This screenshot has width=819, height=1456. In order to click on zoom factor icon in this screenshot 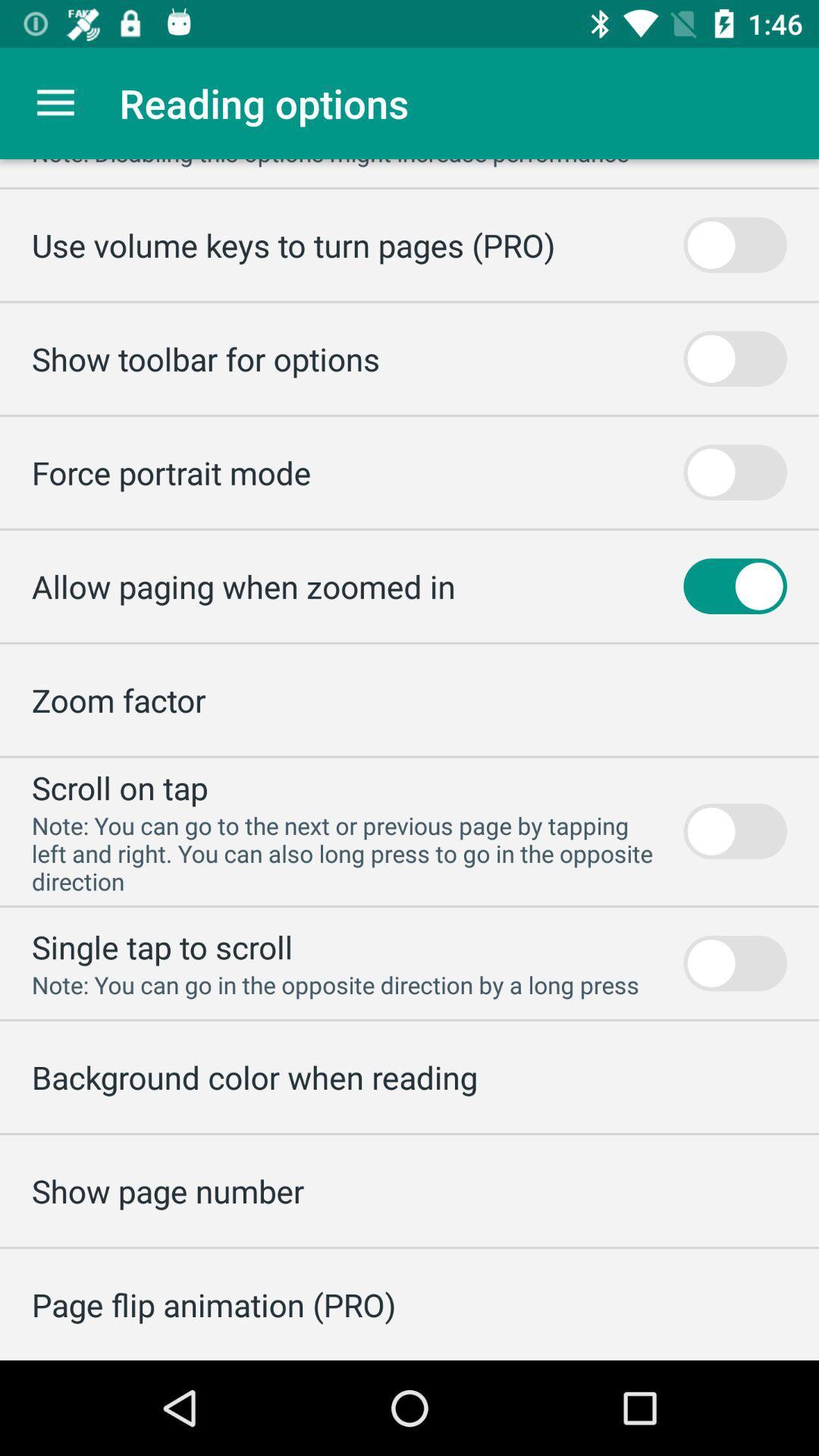, I will do `click(118, 699)`.